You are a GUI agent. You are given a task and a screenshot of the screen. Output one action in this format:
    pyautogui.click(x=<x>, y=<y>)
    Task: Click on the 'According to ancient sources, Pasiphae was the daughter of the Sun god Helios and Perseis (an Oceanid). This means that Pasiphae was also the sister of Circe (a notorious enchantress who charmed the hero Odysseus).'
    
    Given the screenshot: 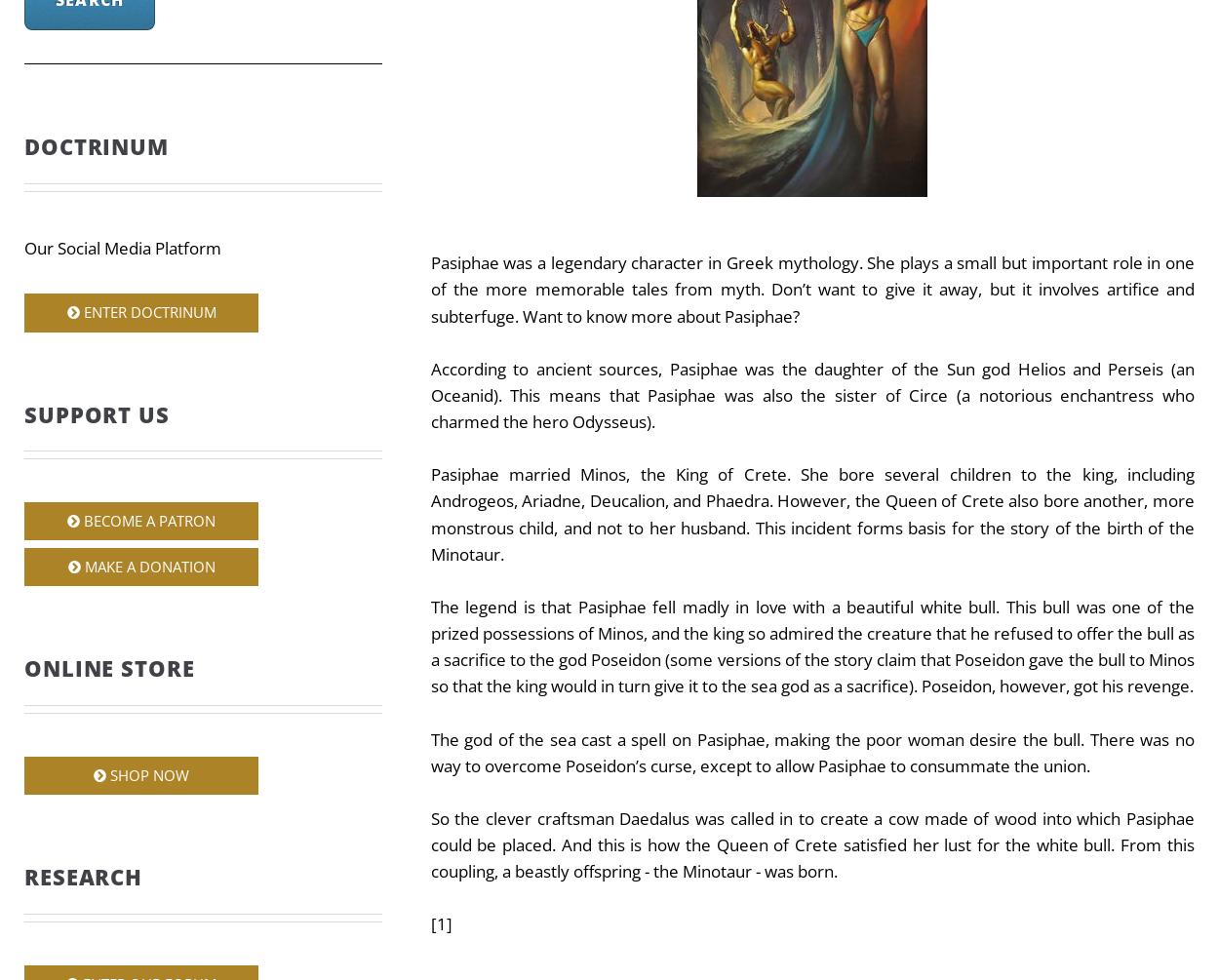 What is the action you would take?
    pyautogui.click(x=810, y=395)
    